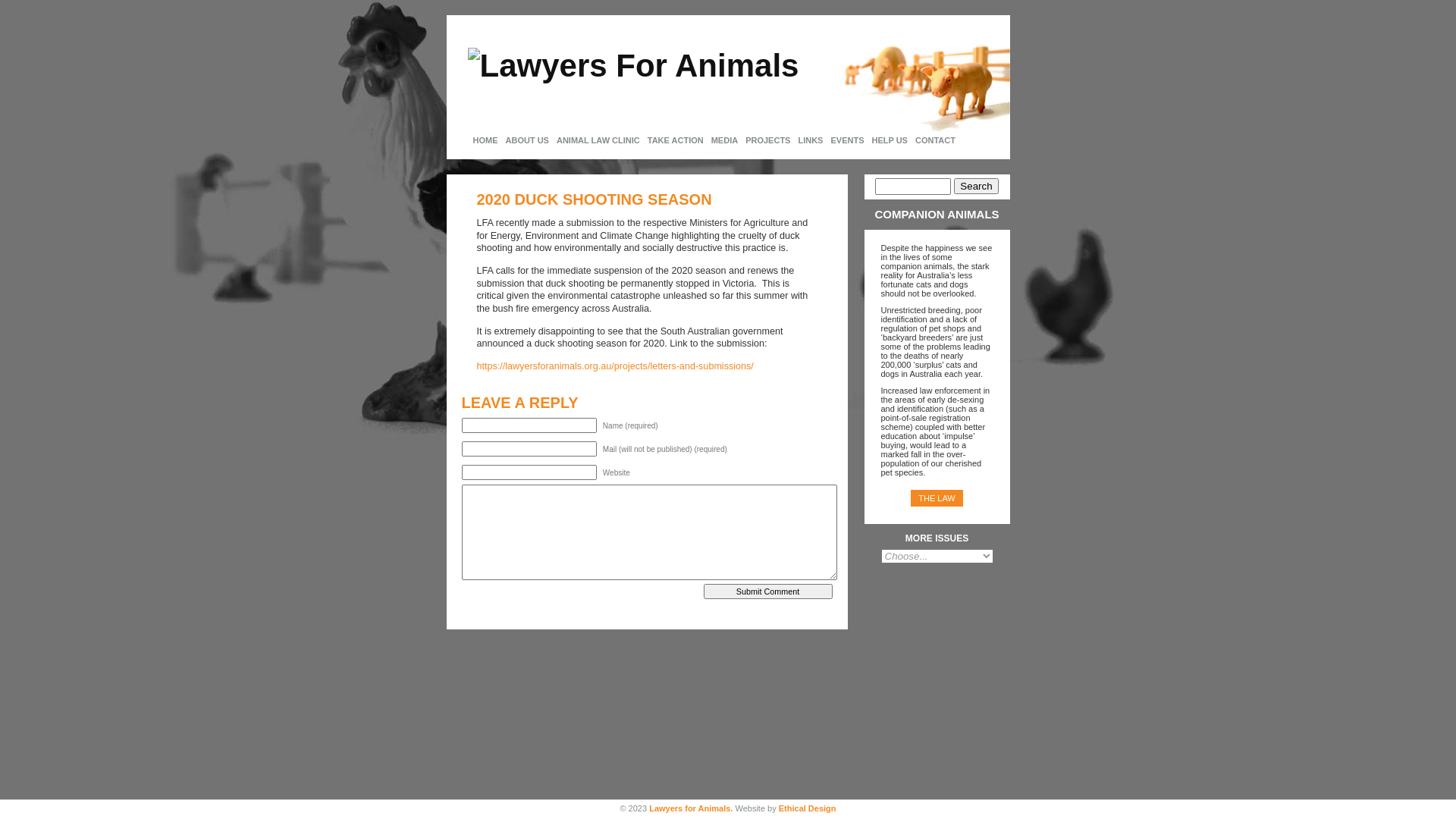 The height and width of the screenshot is (819, 1456). Describe the element at coordinates (675, 140) in the screenshot. I see `'TAKE ACTION'` at that location.